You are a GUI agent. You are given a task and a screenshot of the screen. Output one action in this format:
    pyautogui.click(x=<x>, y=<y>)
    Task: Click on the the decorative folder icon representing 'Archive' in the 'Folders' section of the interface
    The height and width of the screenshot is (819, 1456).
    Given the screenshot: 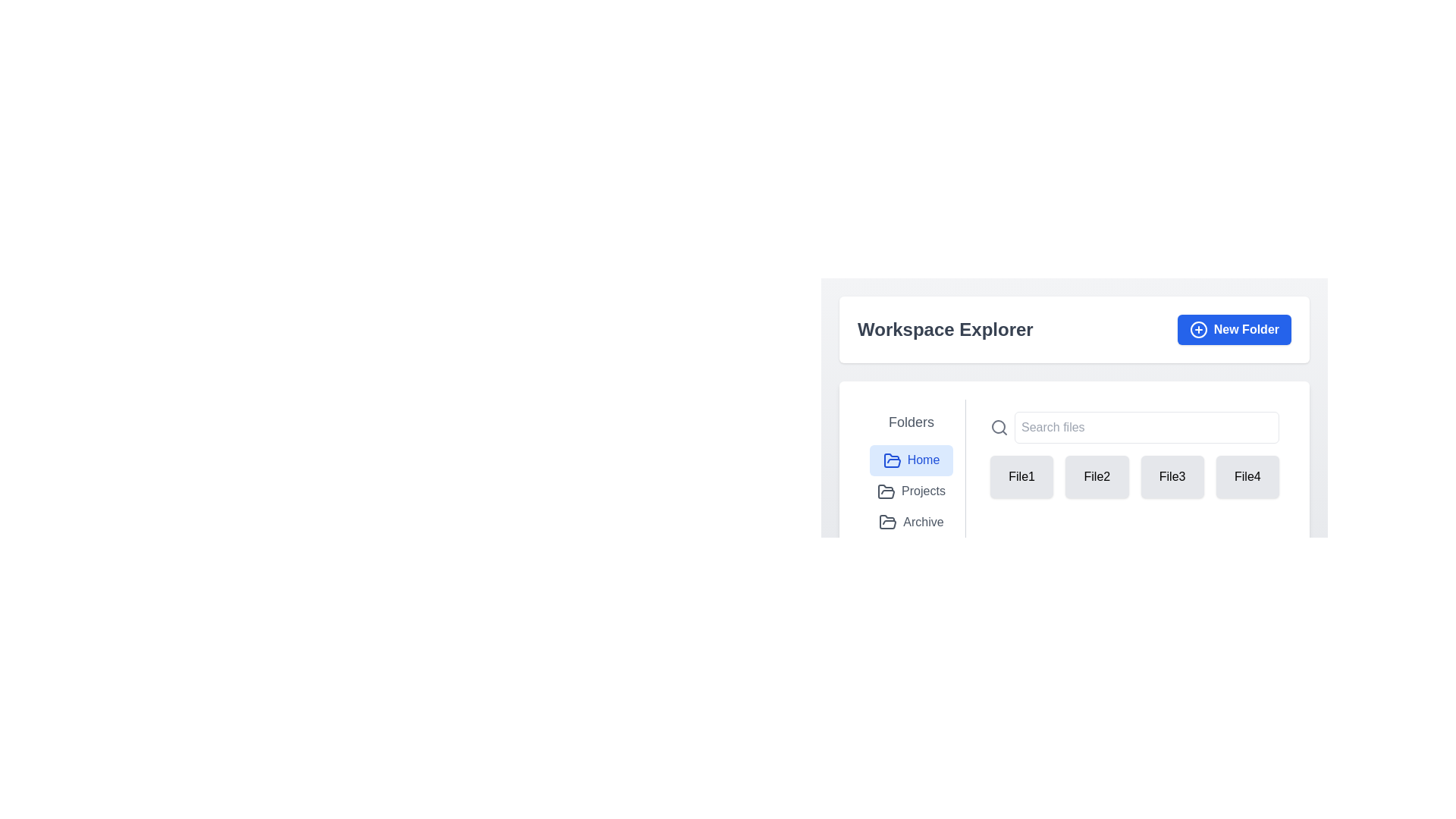 What is the action you would take?
    pyautogui.click(x=888, y=522)
    